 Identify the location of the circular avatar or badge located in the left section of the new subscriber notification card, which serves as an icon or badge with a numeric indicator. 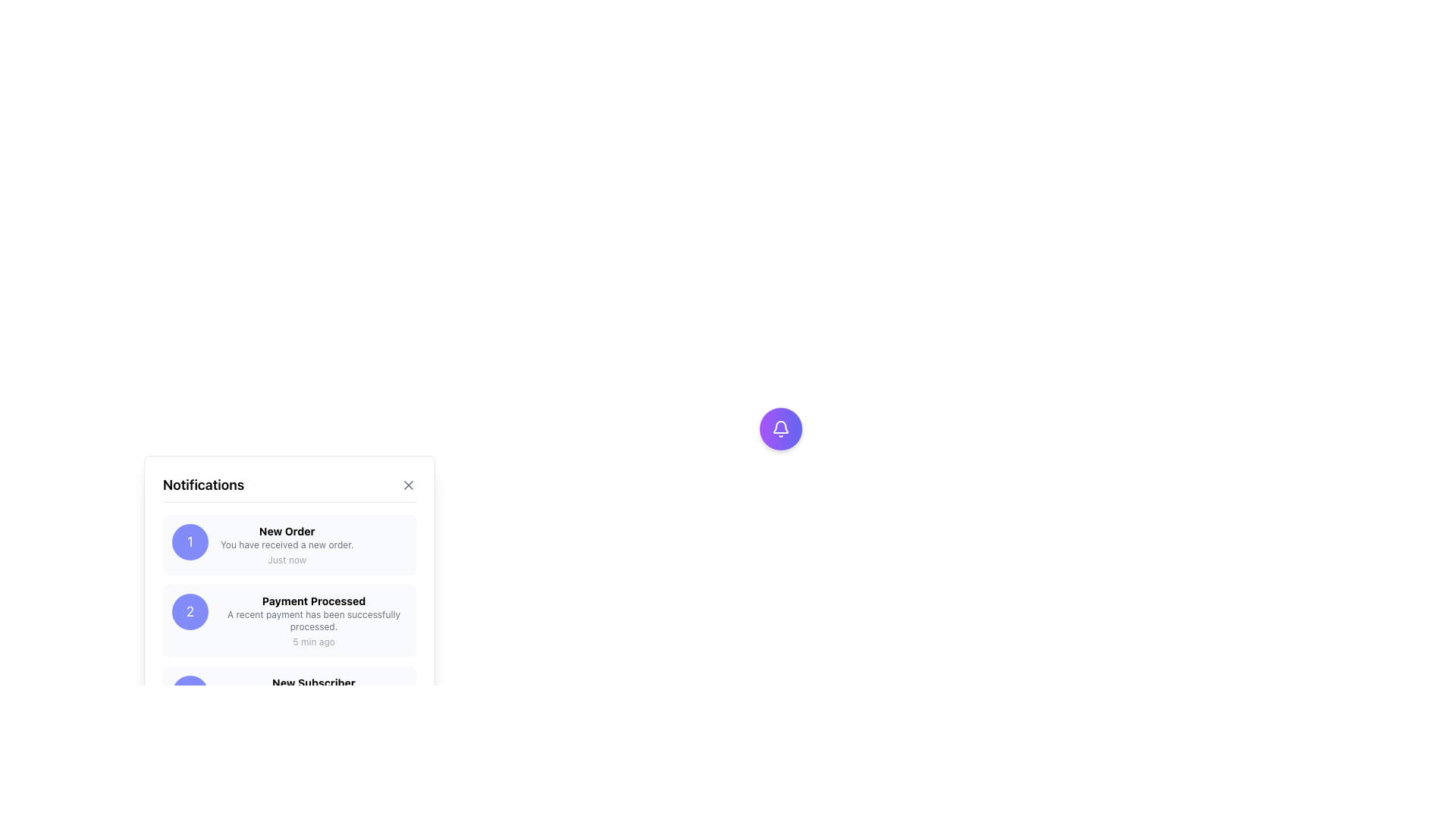
(189, 693).